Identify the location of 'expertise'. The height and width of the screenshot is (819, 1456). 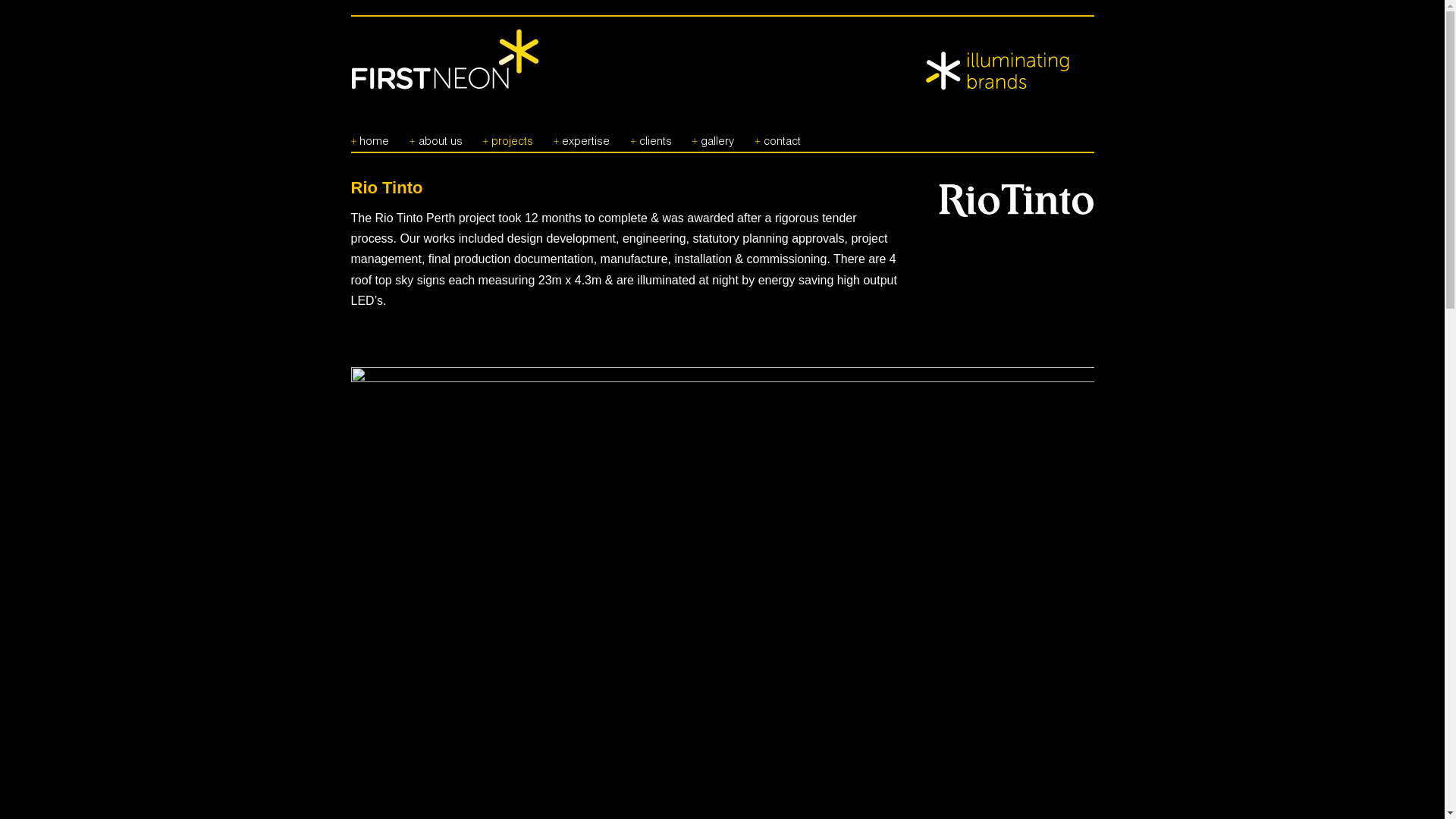
(581, 135).